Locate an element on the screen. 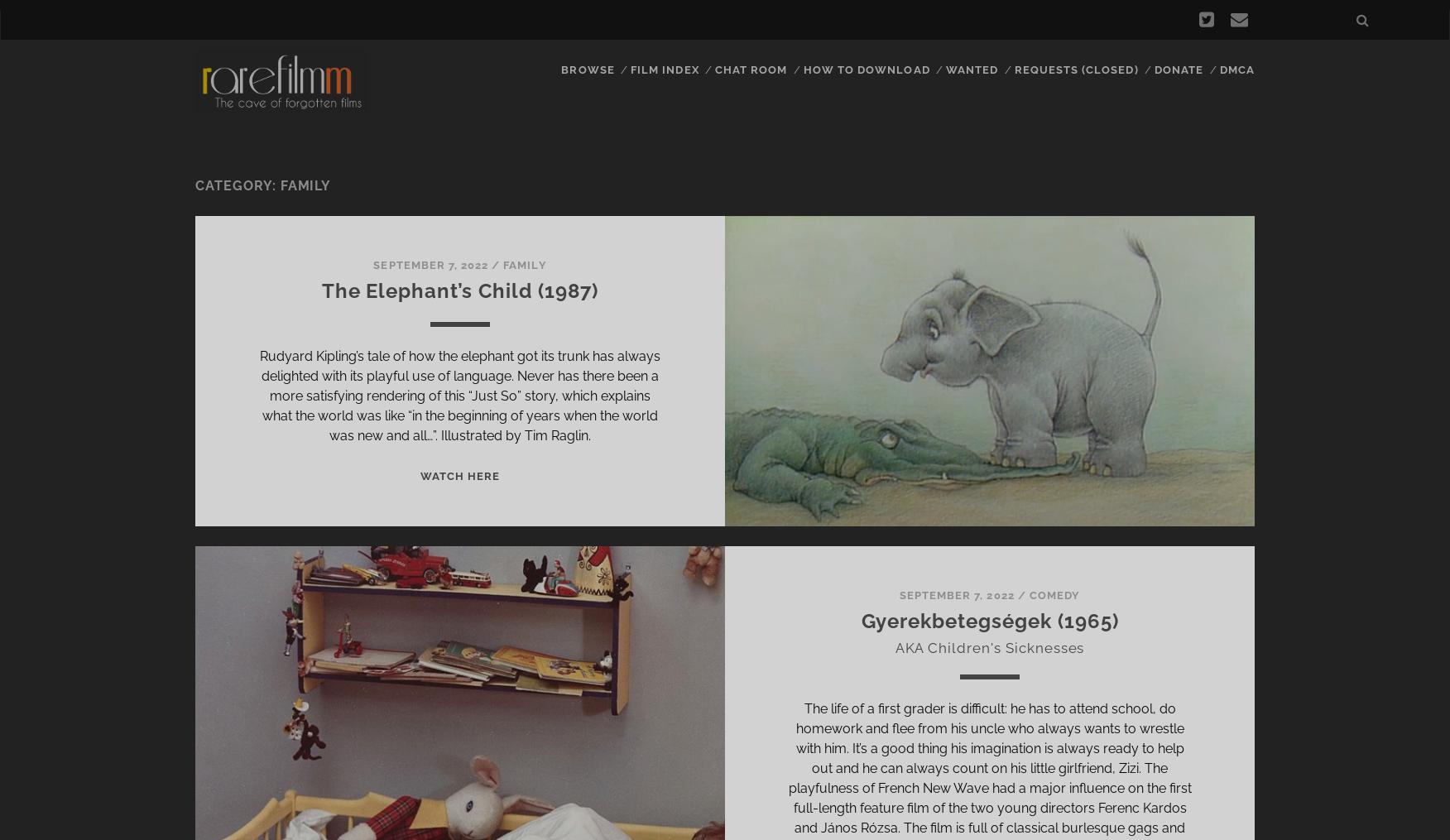  'How to Download' is located at coordinates (866, 70).